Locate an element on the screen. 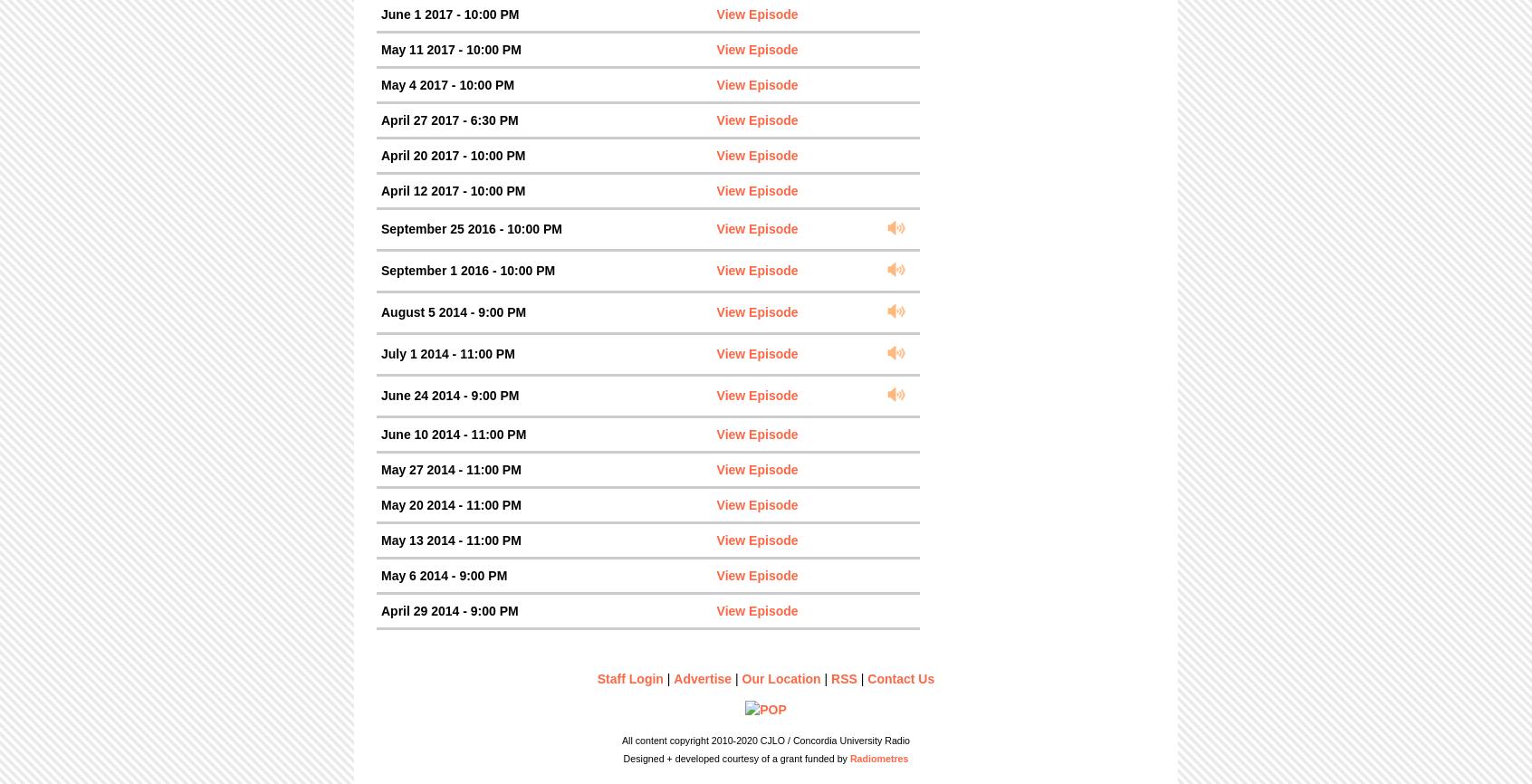 This screenshot has width=1532, height=784. 'Advertise' is located at coordinates (701, 677).